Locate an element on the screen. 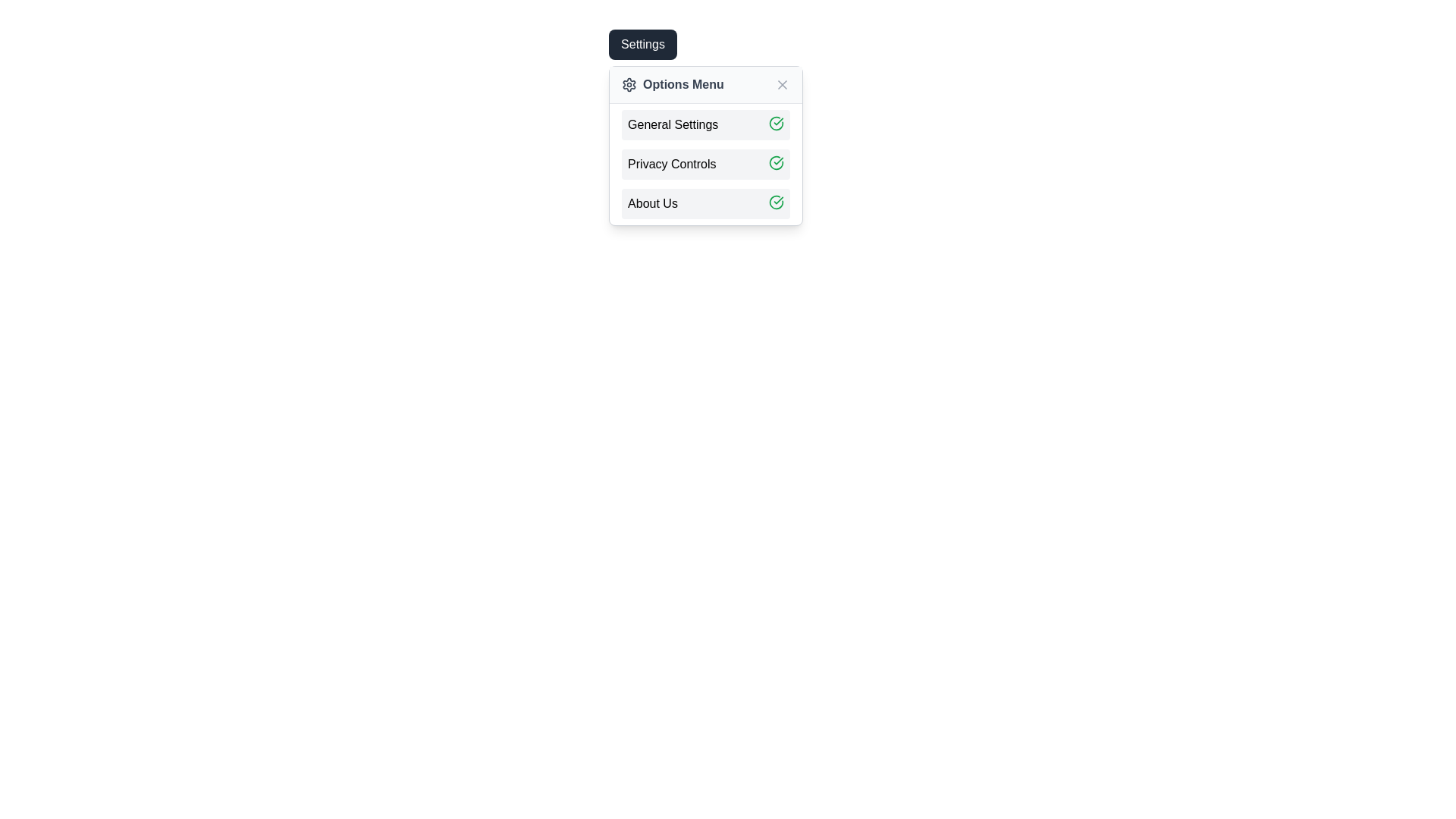 Image resolution: width=1456 pixels, height=819 pixels. the 'Options Menu' text element with a gear icon, which is the first element in the 'Settings' popup menu is located at coordinates (672, 84).